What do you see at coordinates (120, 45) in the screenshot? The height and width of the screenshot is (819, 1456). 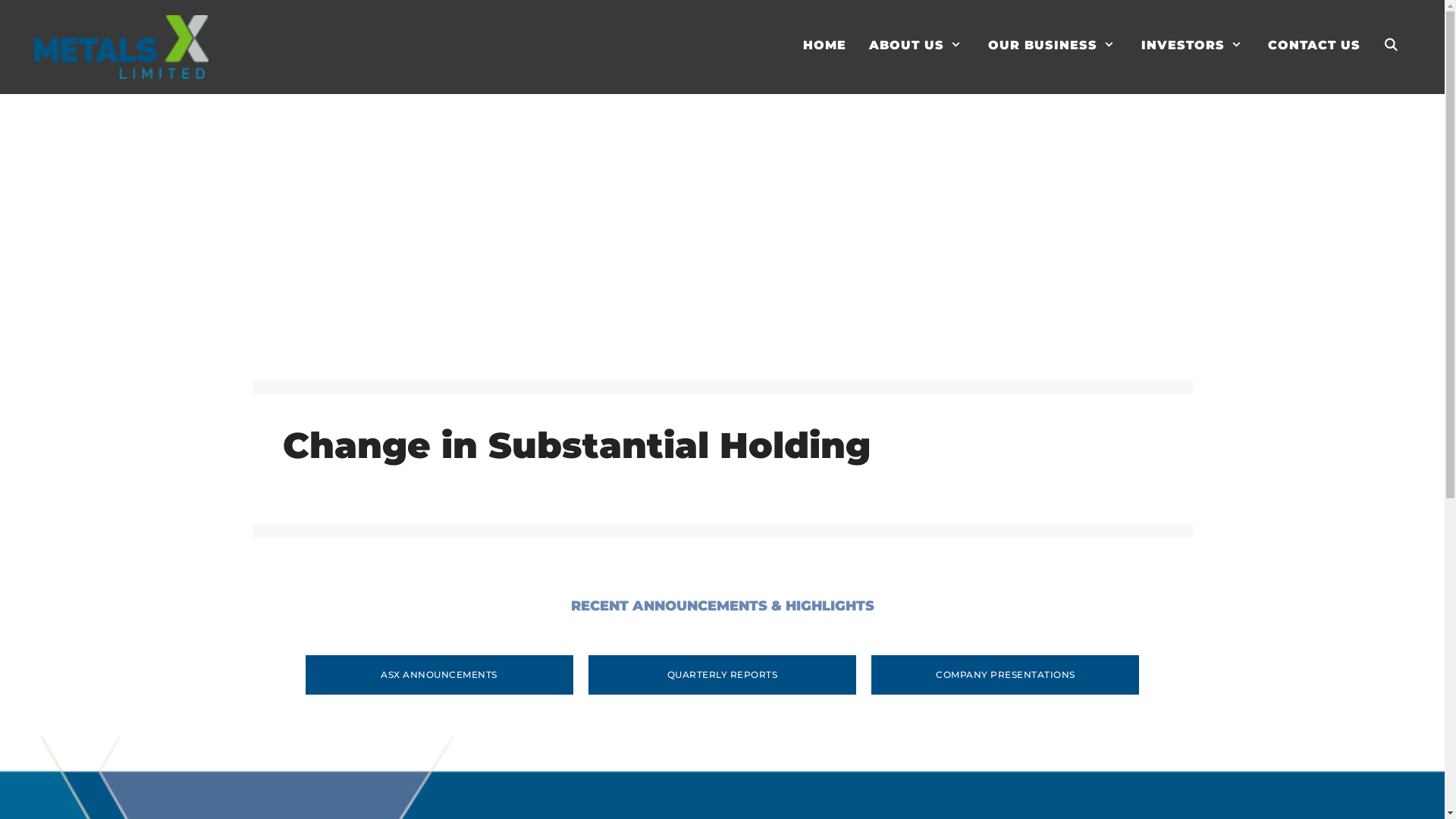 I see `'Metals X Limited'` at bounding box center [120, 45].